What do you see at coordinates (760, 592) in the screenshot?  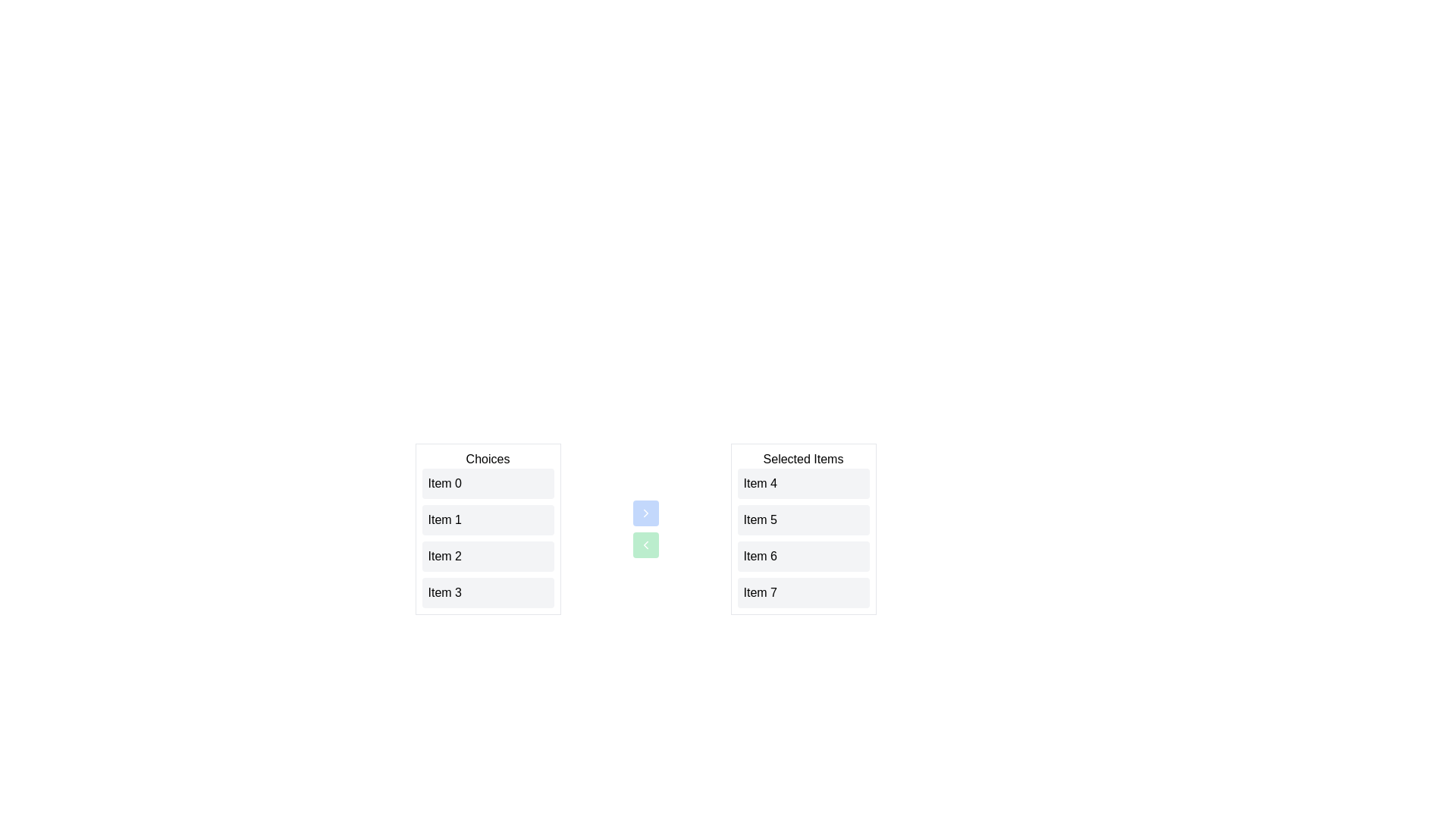 I see `the text label displaying 'Item 7'` at bounding box center [760, 592].